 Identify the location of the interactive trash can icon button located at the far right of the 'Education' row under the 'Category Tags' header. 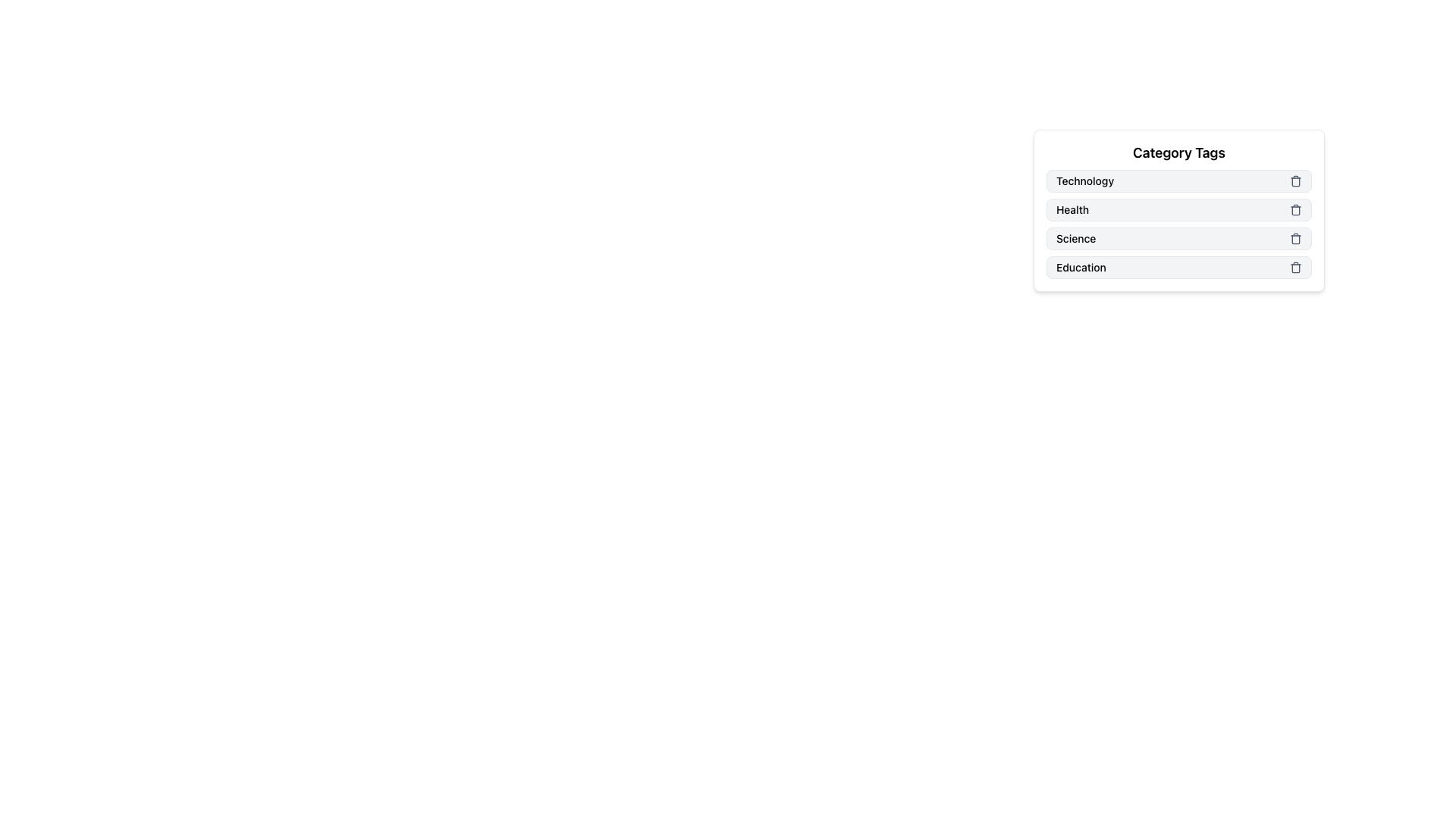
(1294, 267).